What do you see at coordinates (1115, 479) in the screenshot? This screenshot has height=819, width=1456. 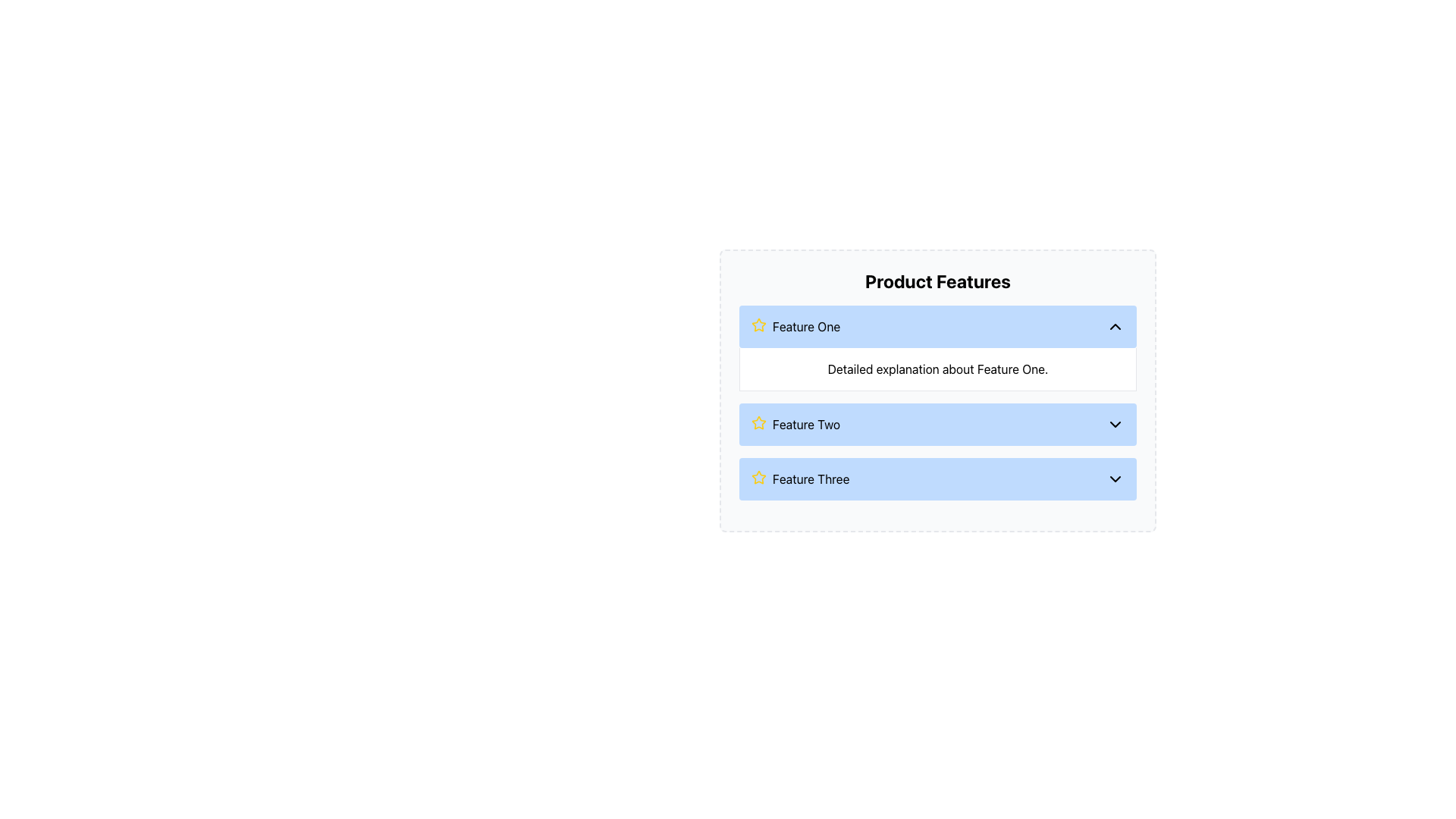 I see `the downward-pointing chevron icon with a thin black outline located at the far right edge of the 'Feature Three' section` at bounding box center [1115, 479].